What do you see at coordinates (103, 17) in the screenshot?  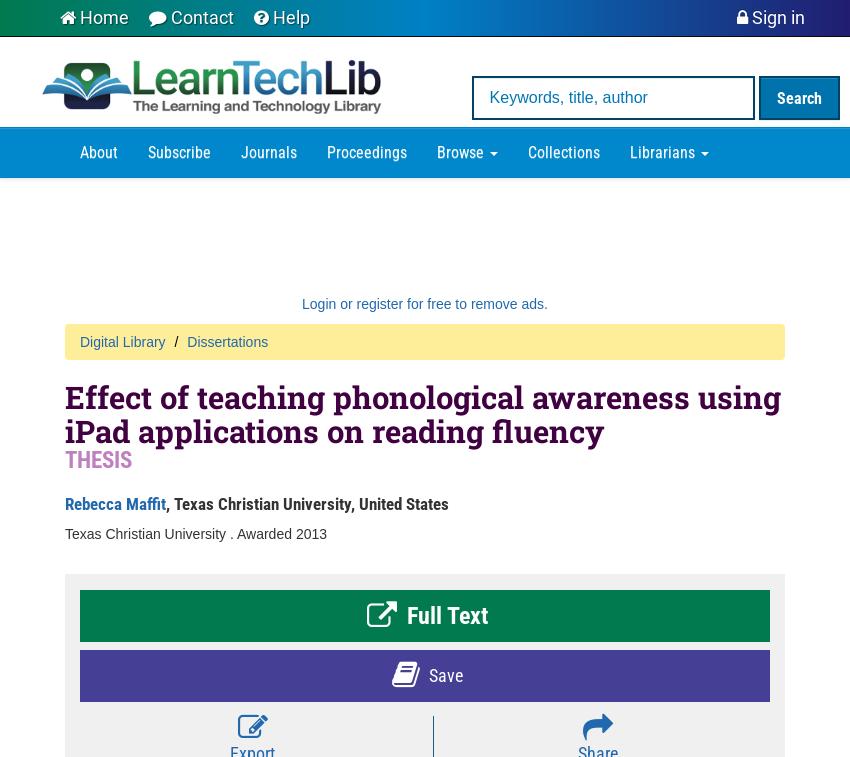 I see `'Home'` at bounding box center [103, 17].